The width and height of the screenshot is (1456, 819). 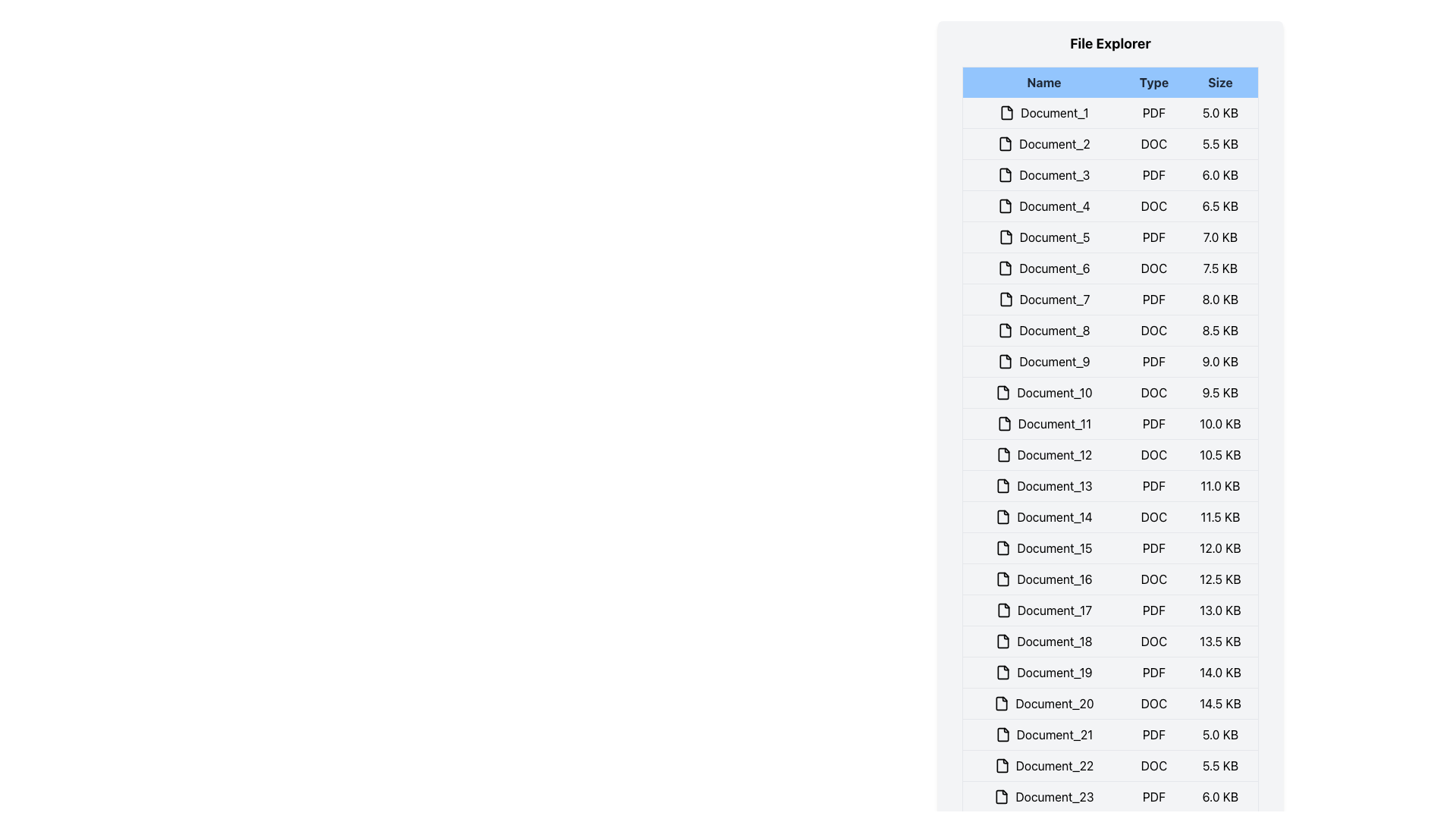 What do you see at coordinates (1153, 82) in the screenshot?
I see `the 'Type' static text label, which serves as the header for the 'Type' column in the file listing table` at bounding box center [1153, 82].